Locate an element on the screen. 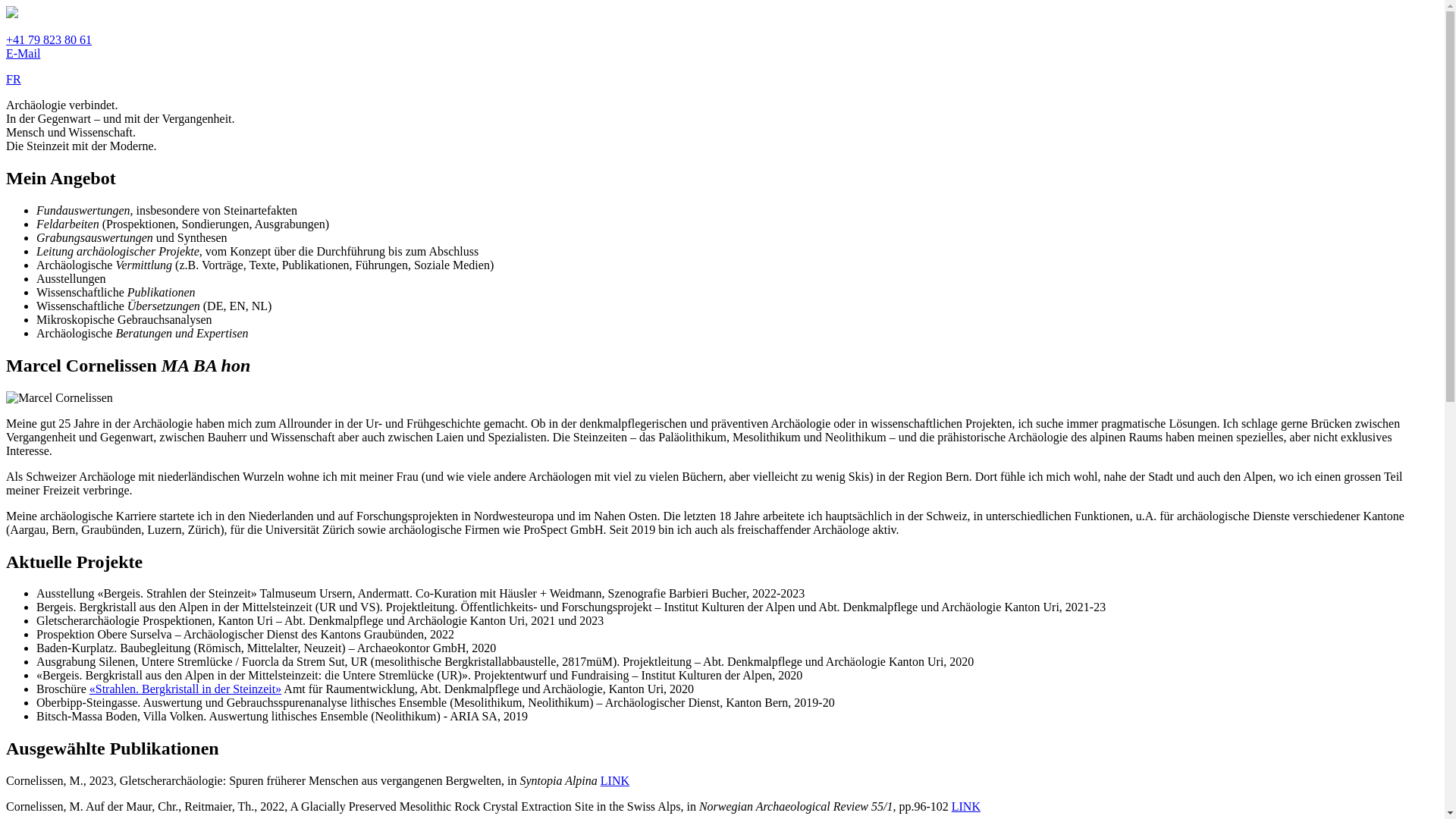 This screenshot has height=819, width=1456. 'LINK' is located at coordinates (950, 805).